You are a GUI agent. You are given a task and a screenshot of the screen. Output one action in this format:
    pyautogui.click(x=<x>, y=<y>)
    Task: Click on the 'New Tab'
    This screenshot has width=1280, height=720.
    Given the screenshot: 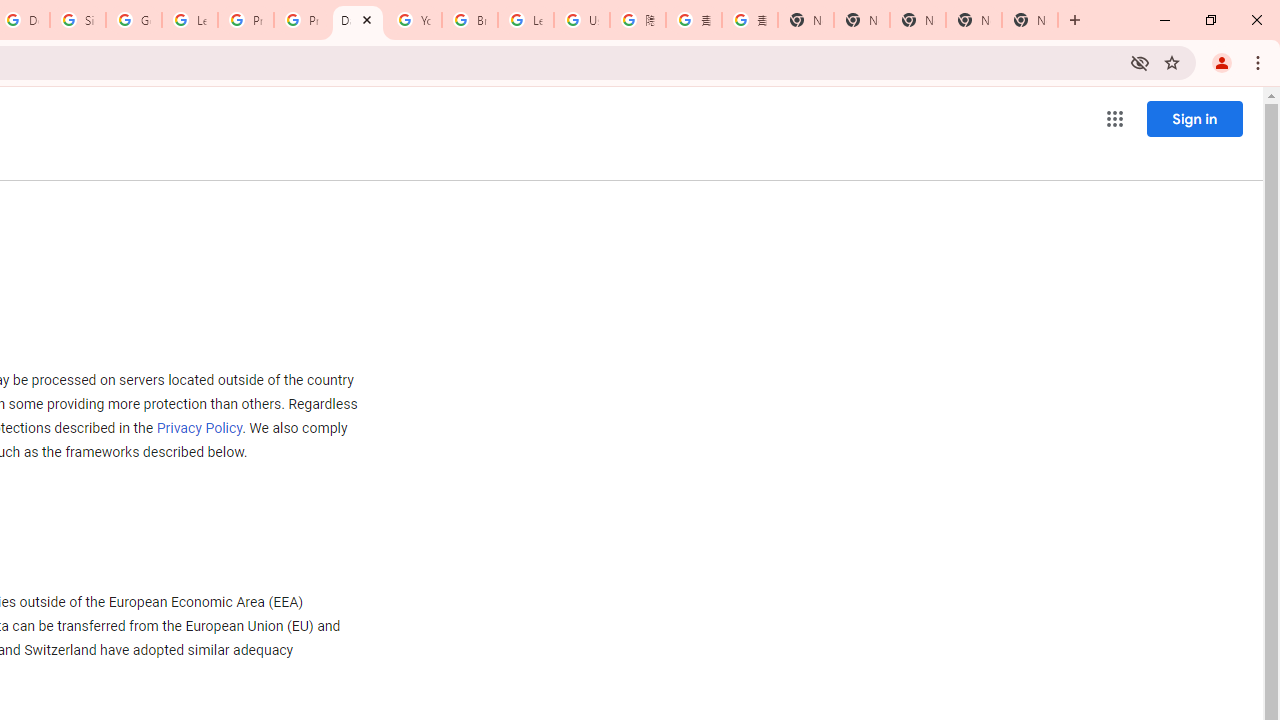 What is the action you would take?
    pyautogui.click(x=1030, y=20)
    